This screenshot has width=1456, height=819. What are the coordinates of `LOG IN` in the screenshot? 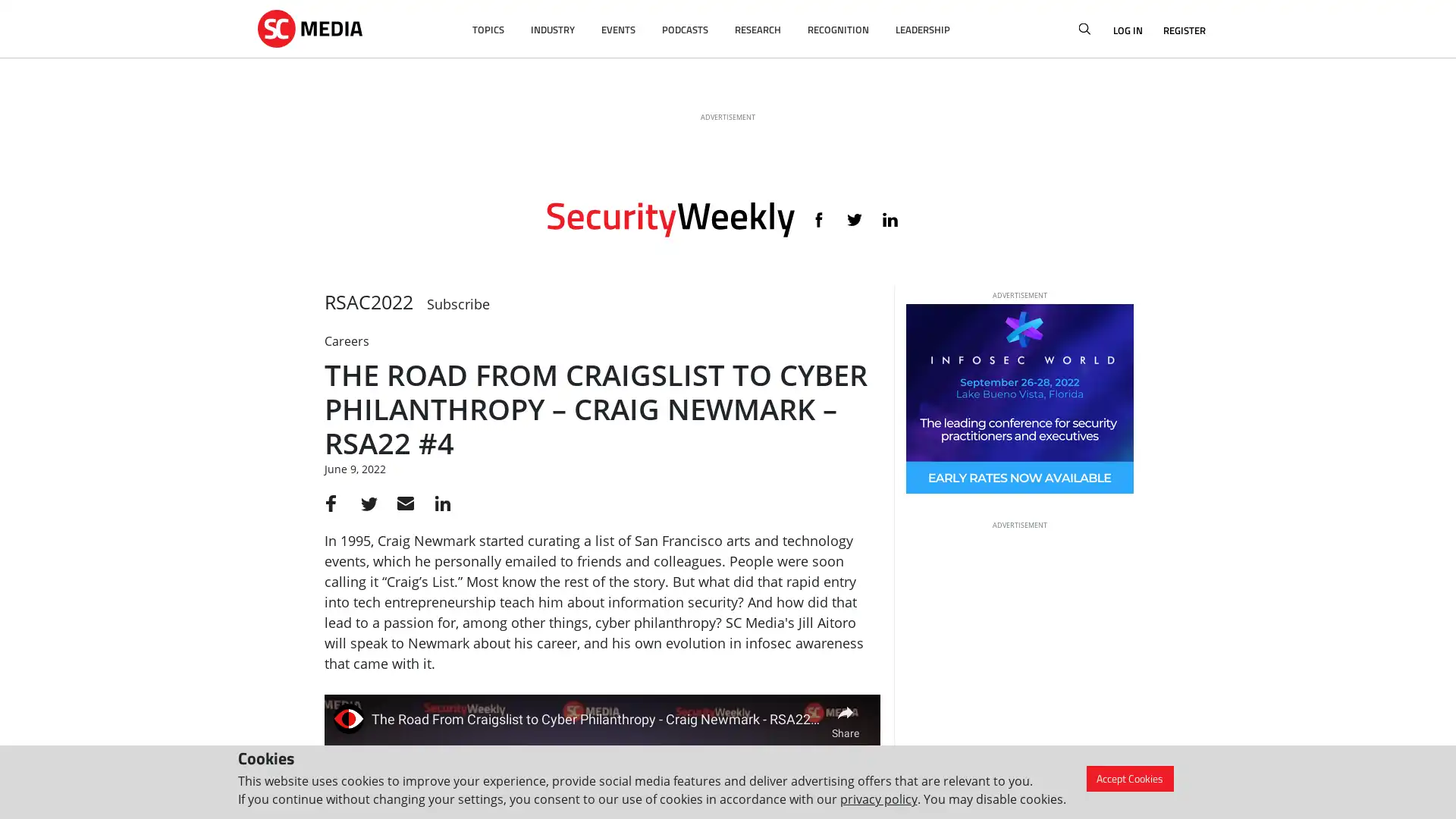 It's located at (1128, 30).